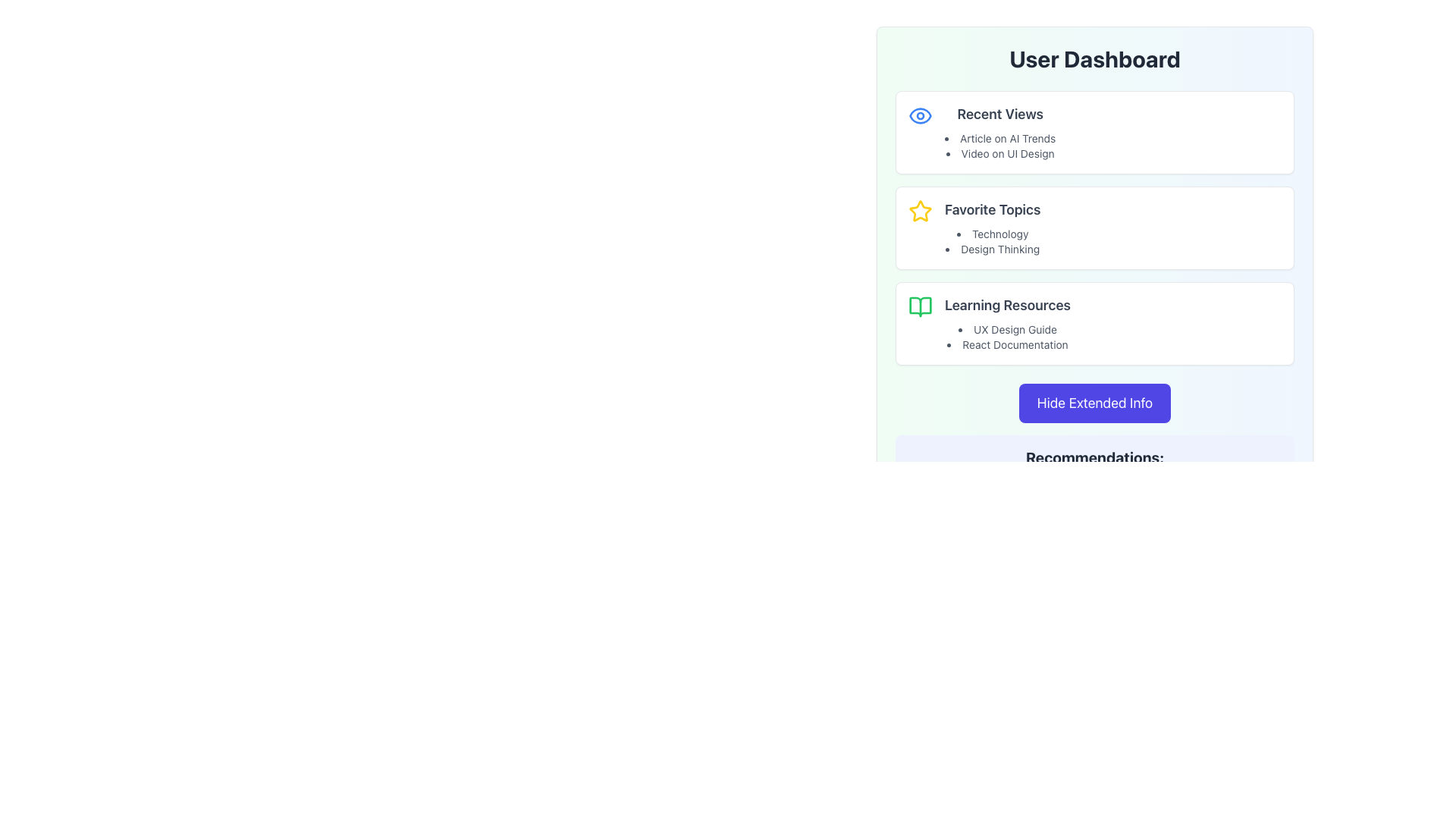 This screenshot has height=819, width=1456. Describe the element at coordinates (920, 115) in the screenshot. I see `the 'Recent Views' section icon located to the left of the title text` at that location.